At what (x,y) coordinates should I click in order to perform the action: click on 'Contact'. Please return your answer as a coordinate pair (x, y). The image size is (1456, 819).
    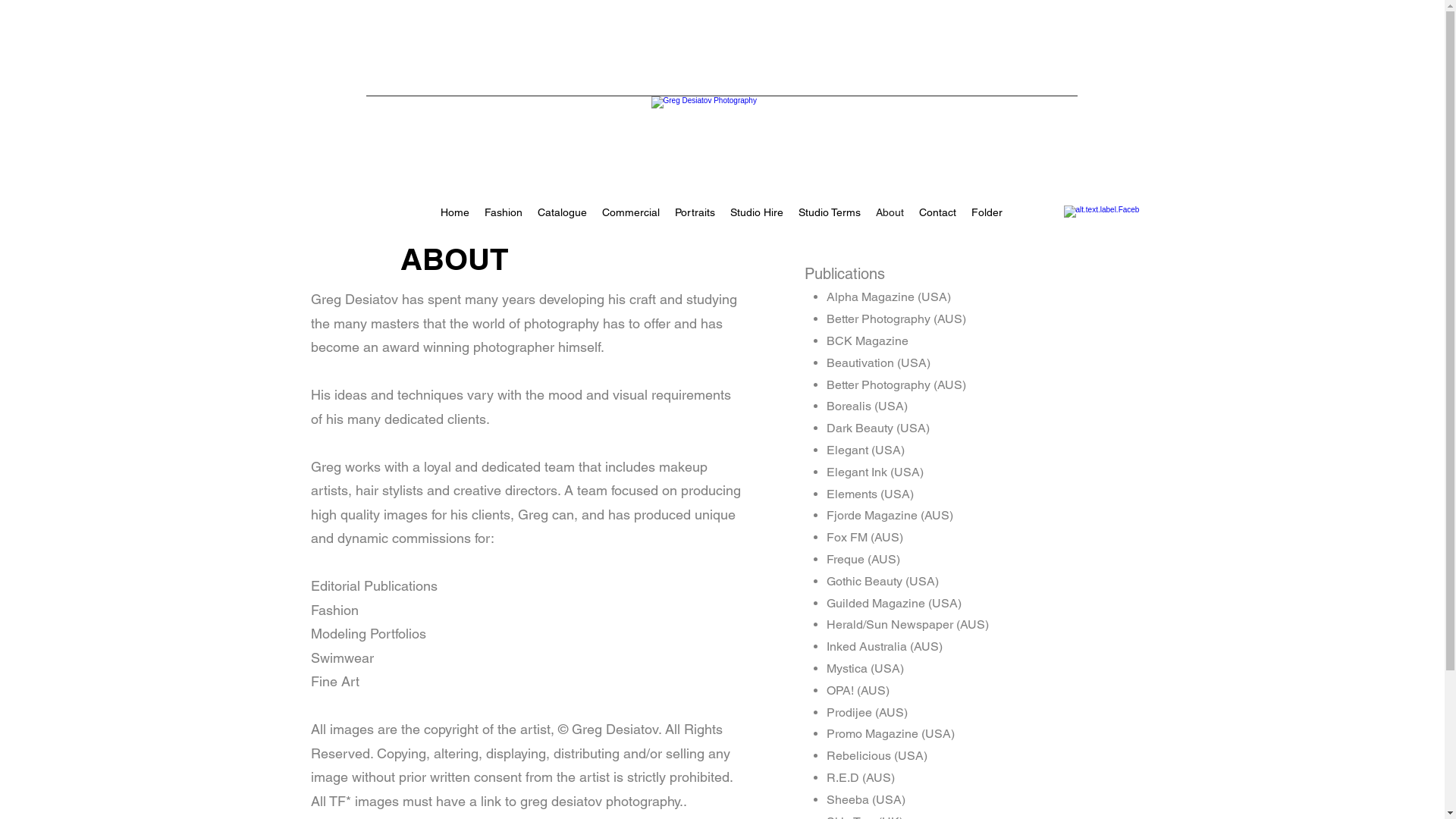
    Looking at the image, I should click on (937, 212).